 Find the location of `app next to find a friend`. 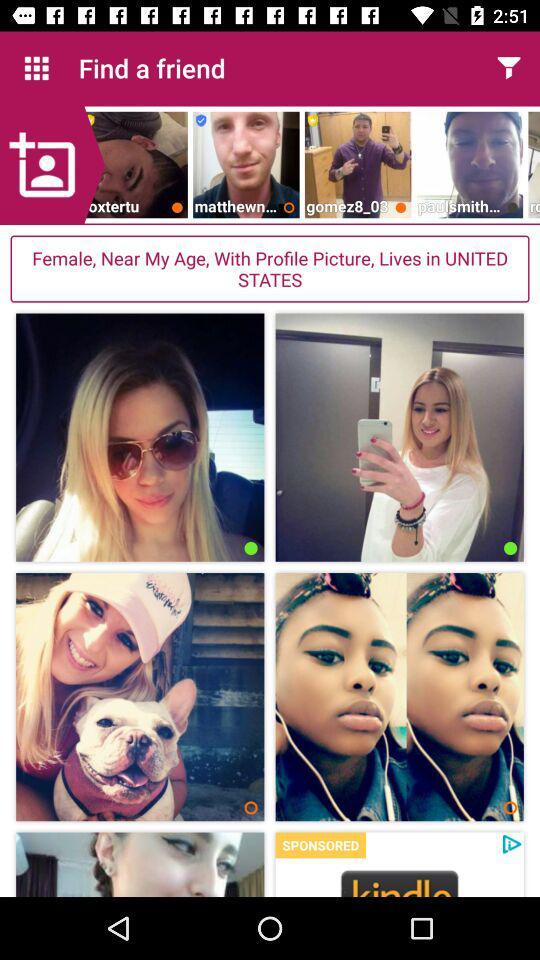

app next to find a friend is located at coordinates (508, 68).